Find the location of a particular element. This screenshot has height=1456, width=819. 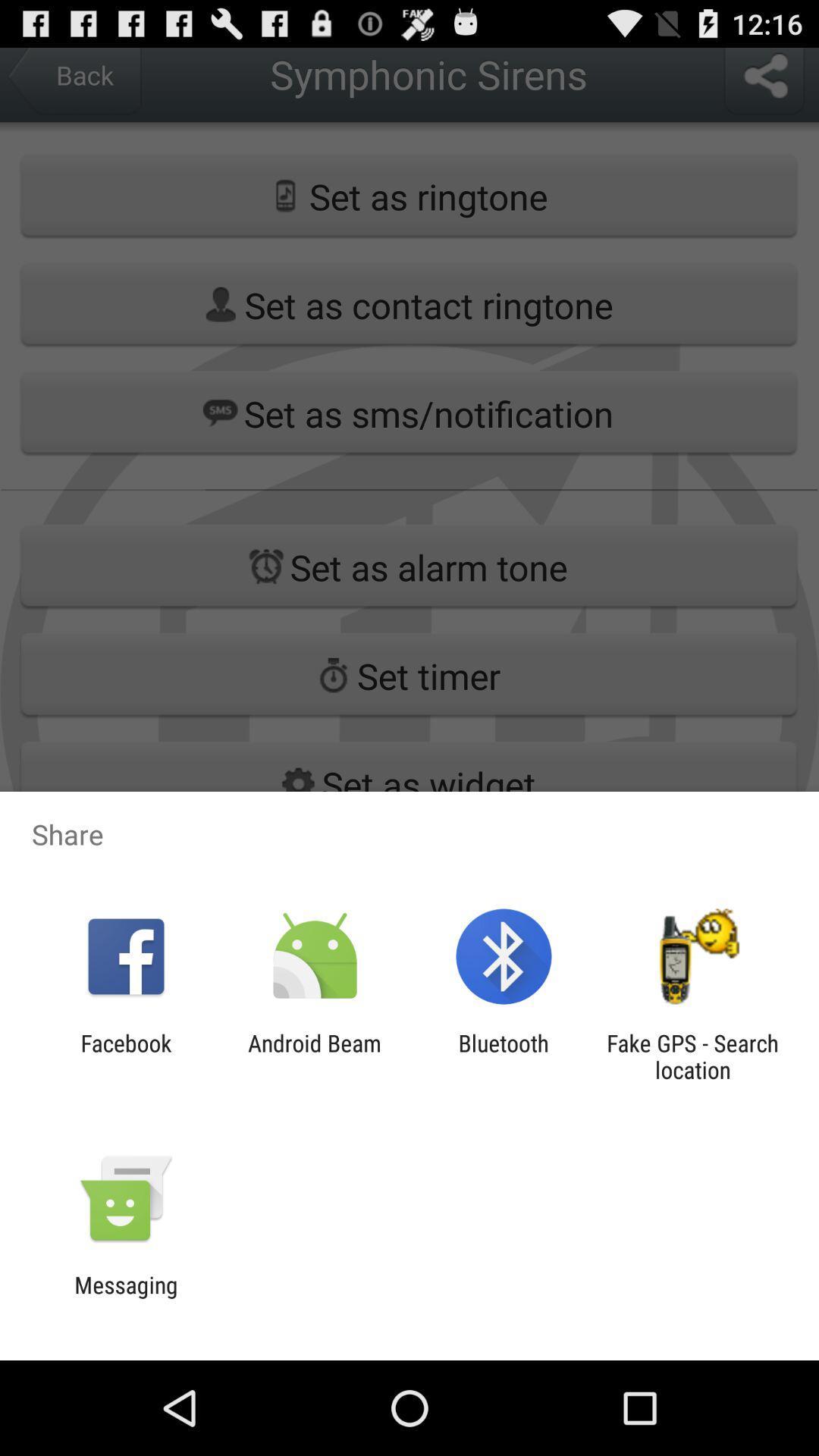

the fake gps search at the bottom right corner is located at coordinates (692, 1056).